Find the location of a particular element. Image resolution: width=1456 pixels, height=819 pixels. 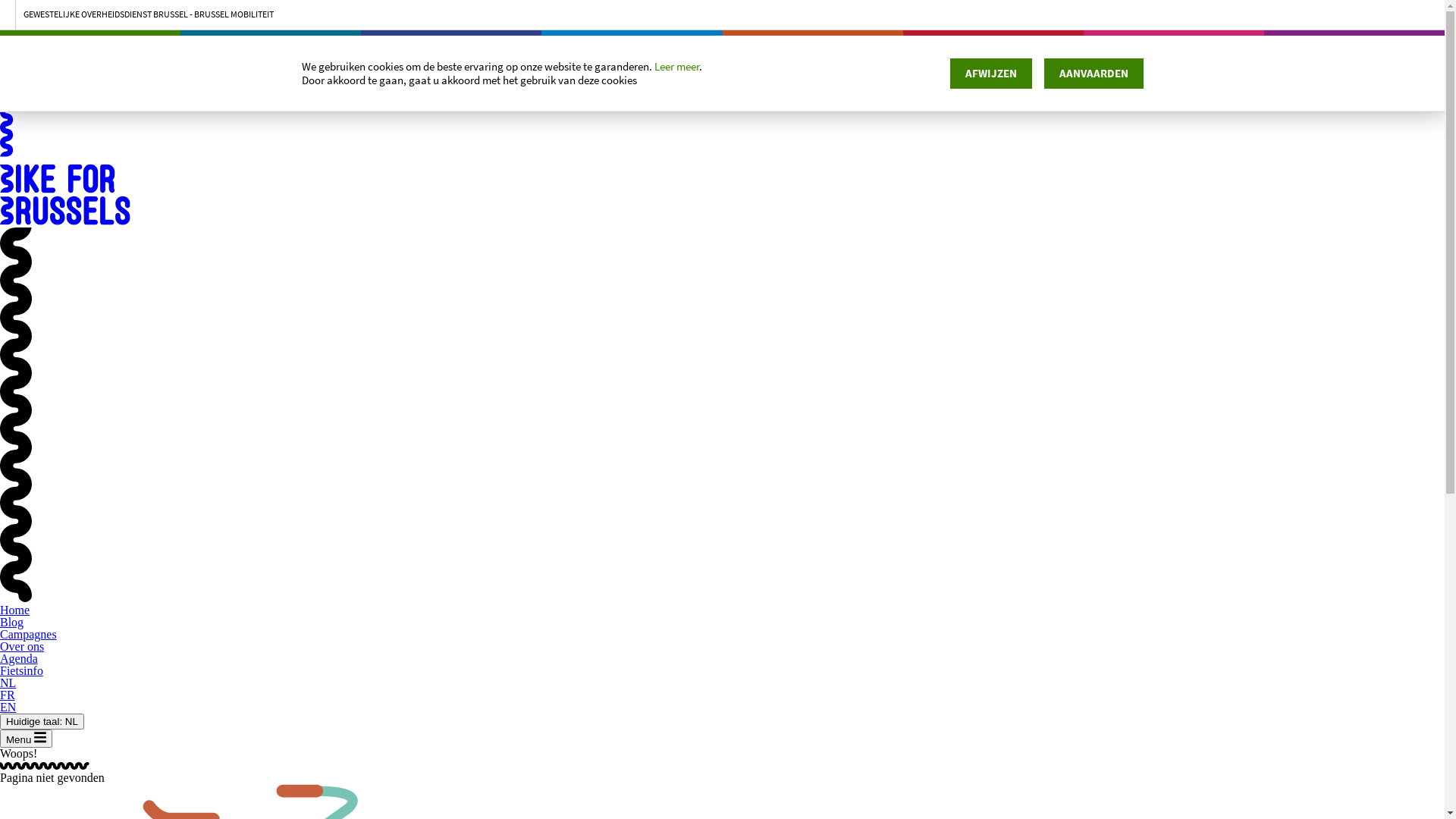

'FR' is located at coordinates (7, 695).